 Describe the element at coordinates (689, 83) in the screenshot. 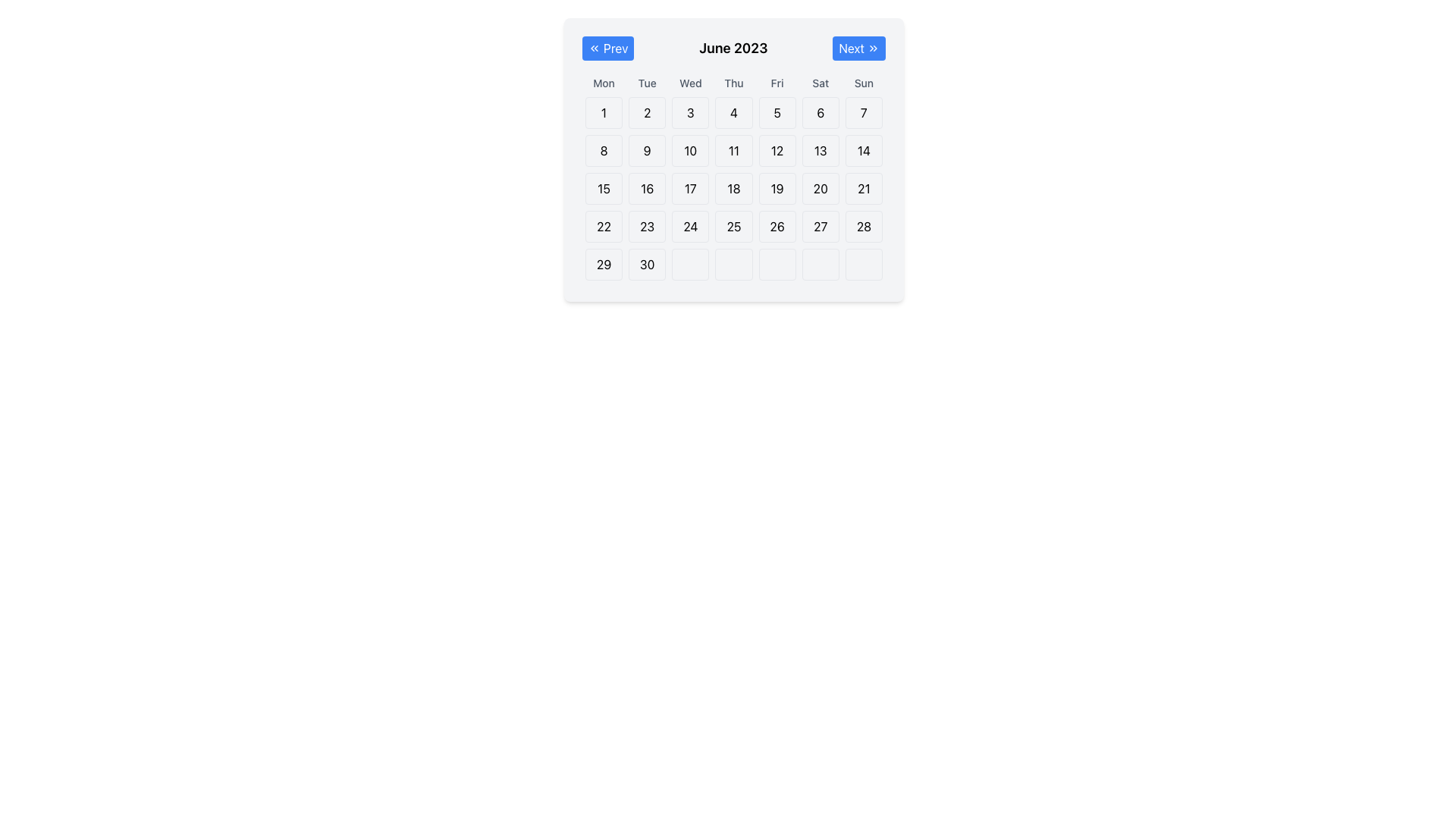

I see `the text label displaying 'Wed', which is the third element in a row of day abbreviations in the calendar header` at that location.